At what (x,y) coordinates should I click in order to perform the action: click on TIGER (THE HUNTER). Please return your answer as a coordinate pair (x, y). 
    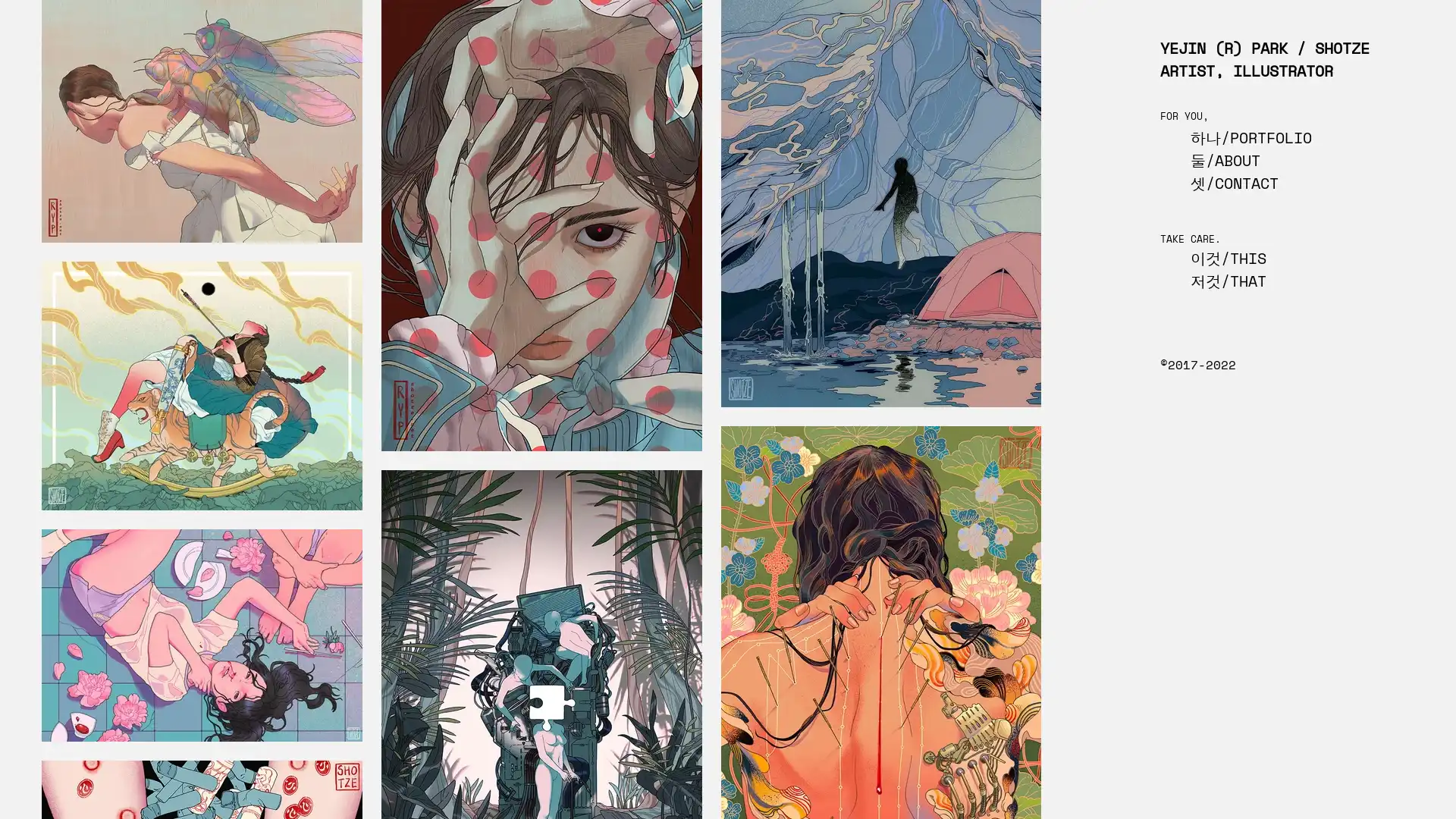
    Looking at the image, I should click on (201, 385).